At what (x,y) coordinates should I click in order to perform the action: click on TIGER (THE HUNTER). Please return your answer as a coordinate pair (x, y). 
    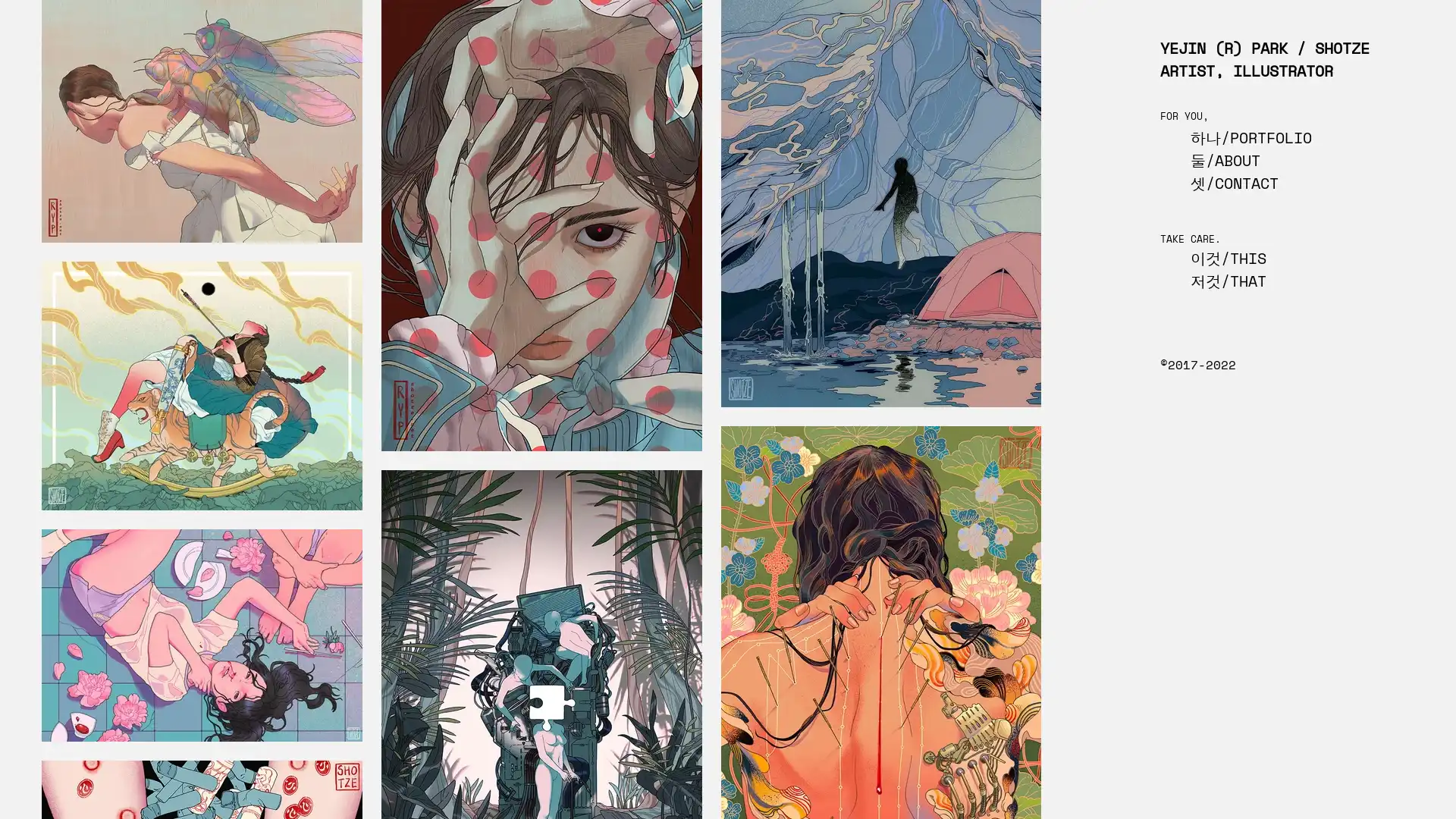
    Looking at the image, I should click on (201, 385).